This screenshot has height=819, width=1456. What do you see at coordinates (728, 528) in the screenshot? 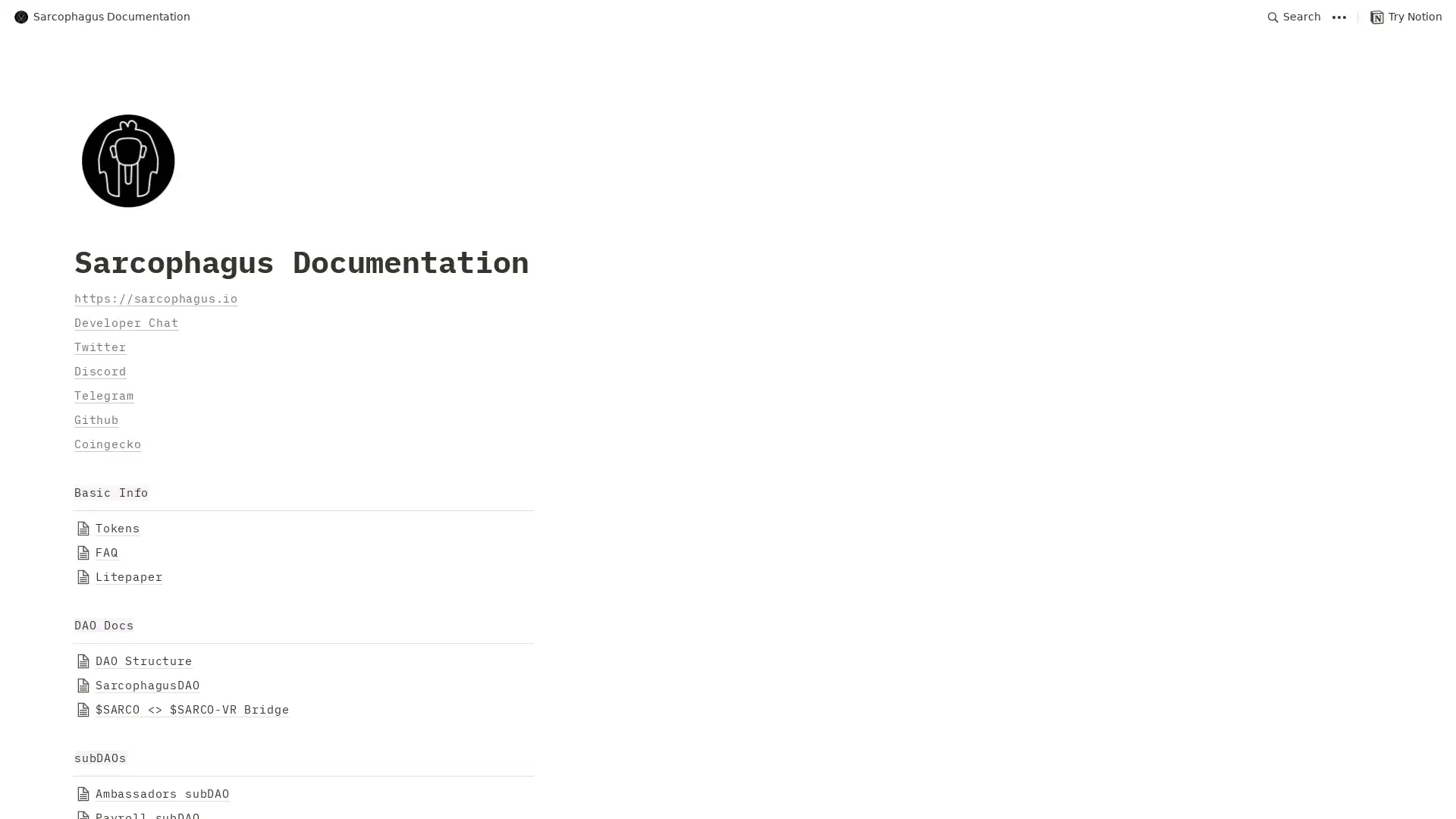
I see `Tokens` at bounding box center [728, 528].